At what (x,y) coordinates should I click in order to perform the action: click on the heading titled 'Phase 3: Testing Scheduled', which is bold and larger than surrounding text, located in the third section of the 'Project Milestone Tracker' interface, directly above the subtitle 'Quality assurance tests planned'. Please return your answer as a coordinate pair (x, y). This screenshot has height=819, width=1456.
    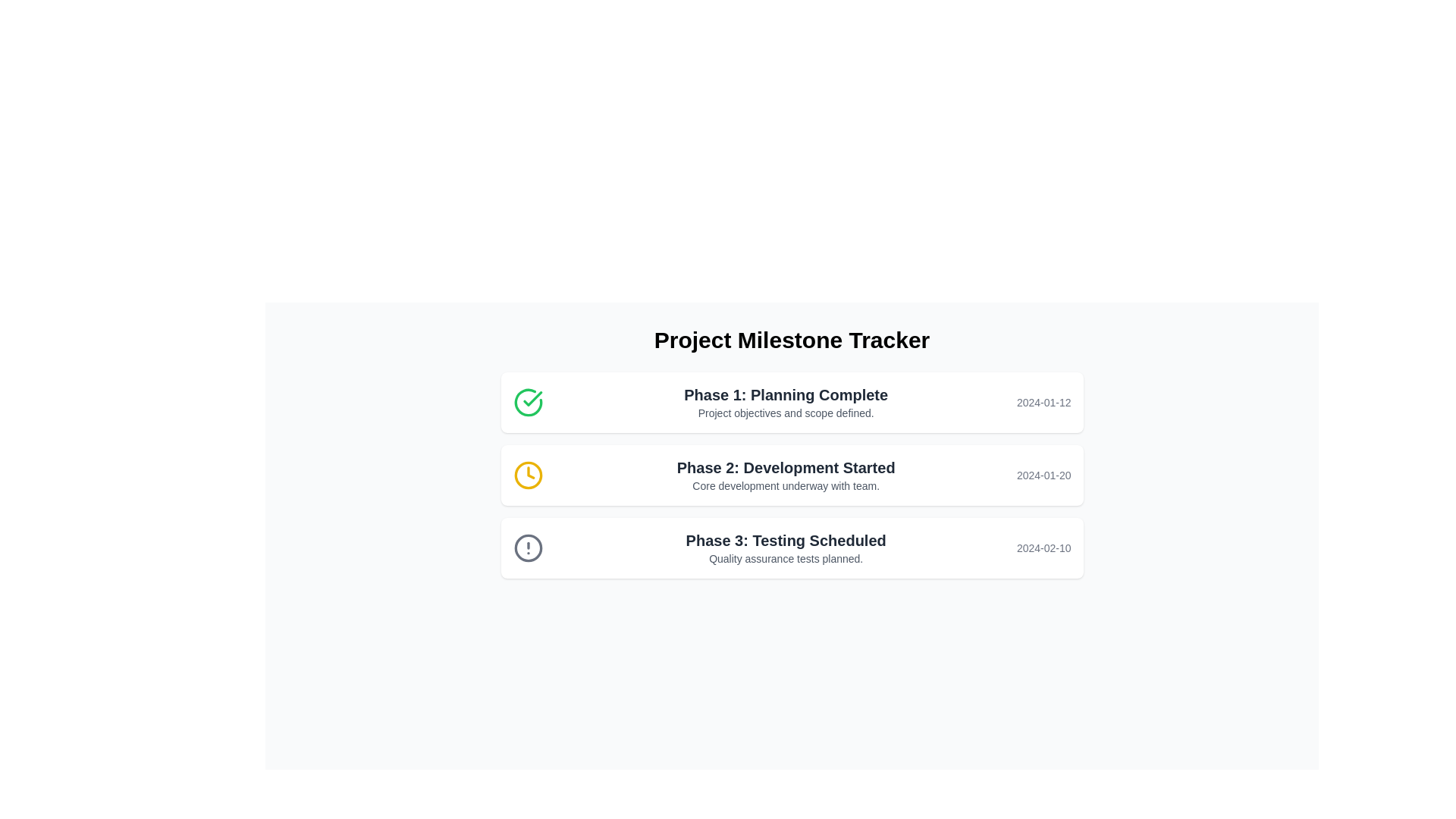
    Looking at the image, I should click on (786, 540).